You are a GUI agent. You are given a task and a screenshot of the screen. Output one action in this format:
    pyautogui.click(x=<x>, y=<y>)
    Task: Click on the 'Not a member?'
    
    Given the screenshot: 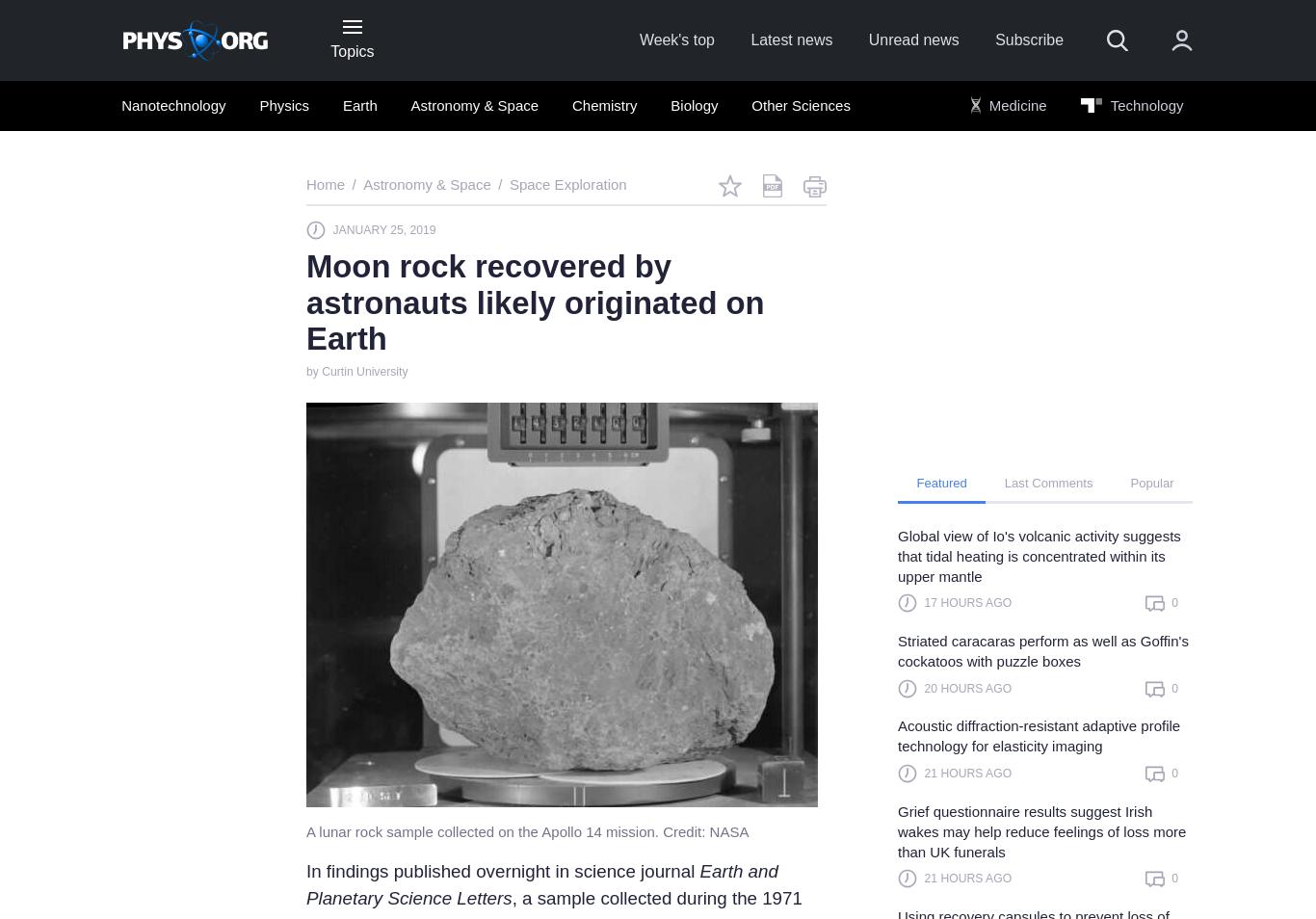 What is the action you would take?
    pyautogui.click(x=901, y=422)
    